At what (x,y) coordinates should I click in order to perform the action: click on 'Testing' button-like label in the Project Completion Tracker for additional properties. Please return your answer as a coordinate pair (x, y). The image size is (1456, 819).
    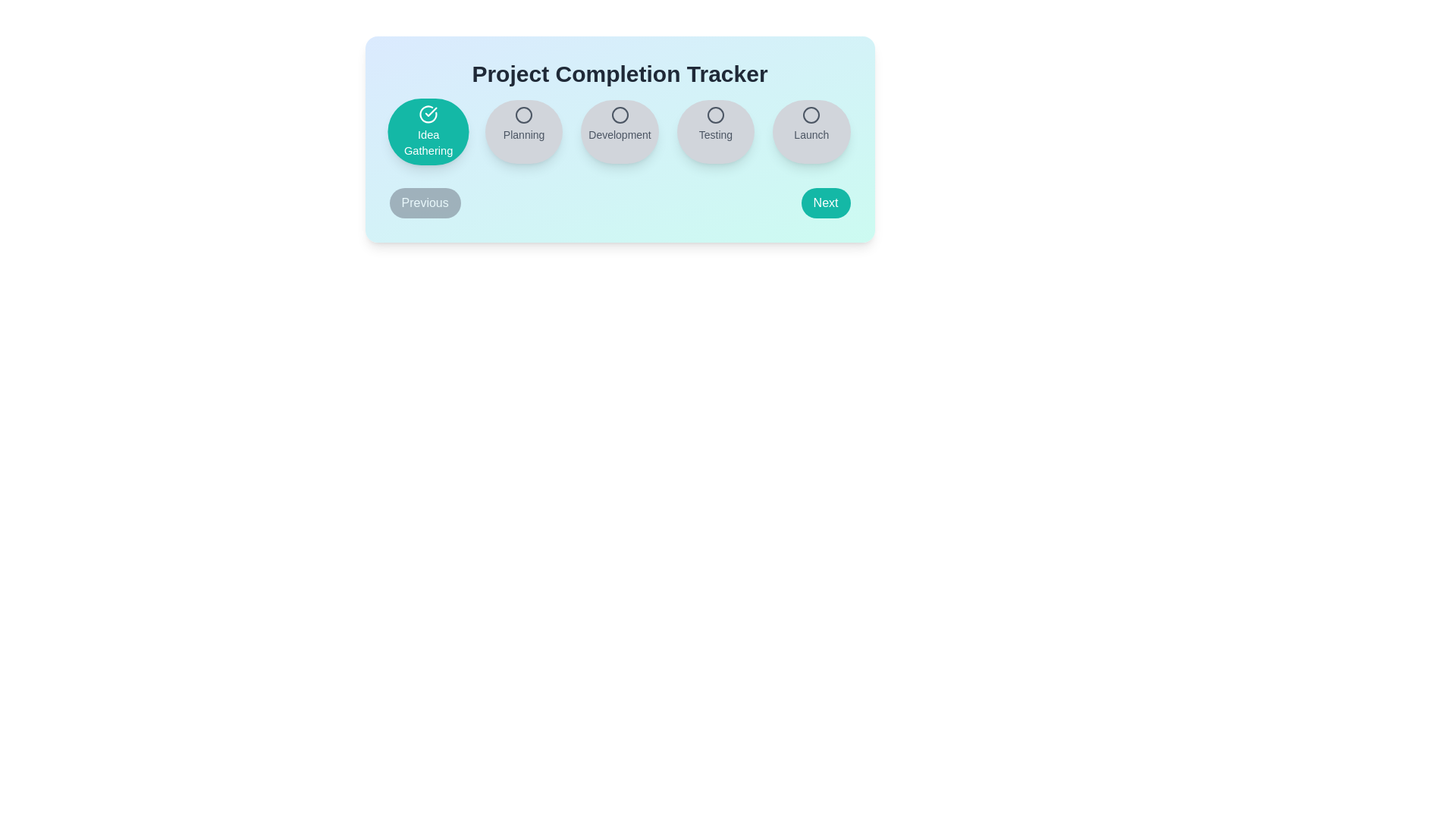
    Looking at the image, I should click on (714, 130).